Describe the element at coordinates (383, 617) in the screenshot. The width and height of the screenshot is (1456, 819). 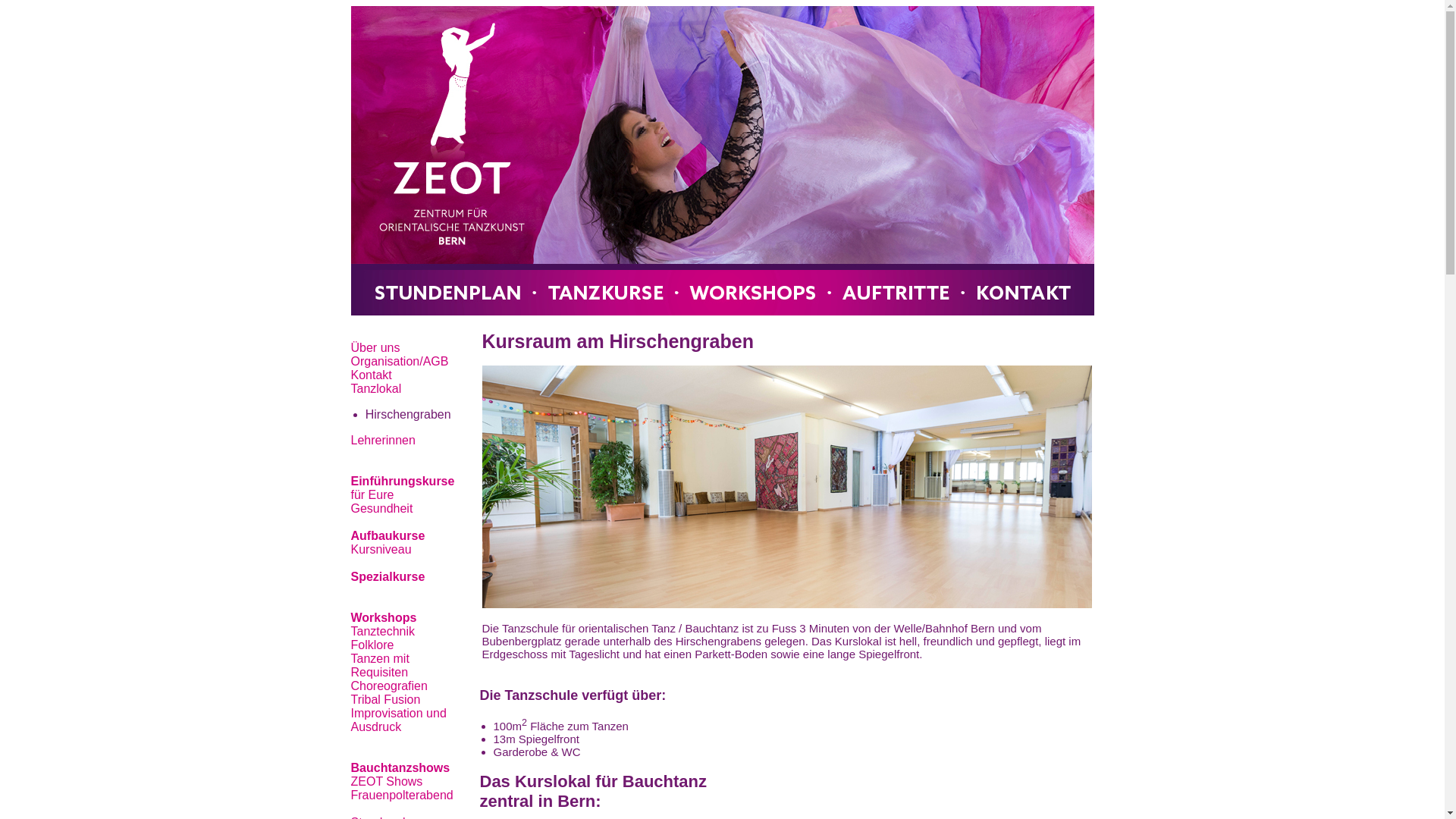
I see `'Workshops'` at that location.